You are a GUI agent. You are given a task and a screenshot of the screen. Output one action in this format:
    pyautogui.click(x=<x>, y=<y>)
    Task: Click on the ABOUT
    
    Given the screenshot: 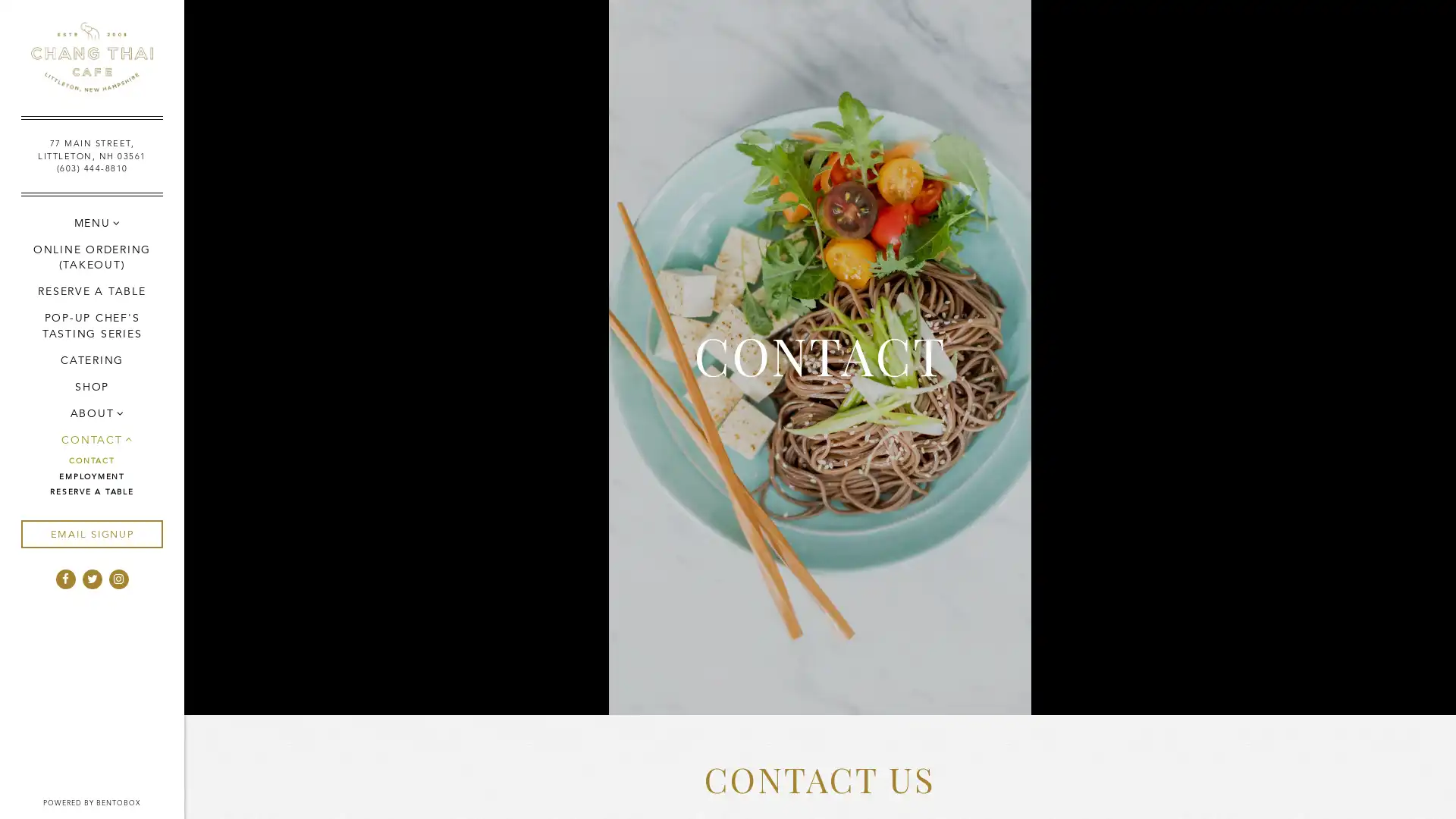 What is the action you would take?
    pyautogui.click(x=90, y=413)
    